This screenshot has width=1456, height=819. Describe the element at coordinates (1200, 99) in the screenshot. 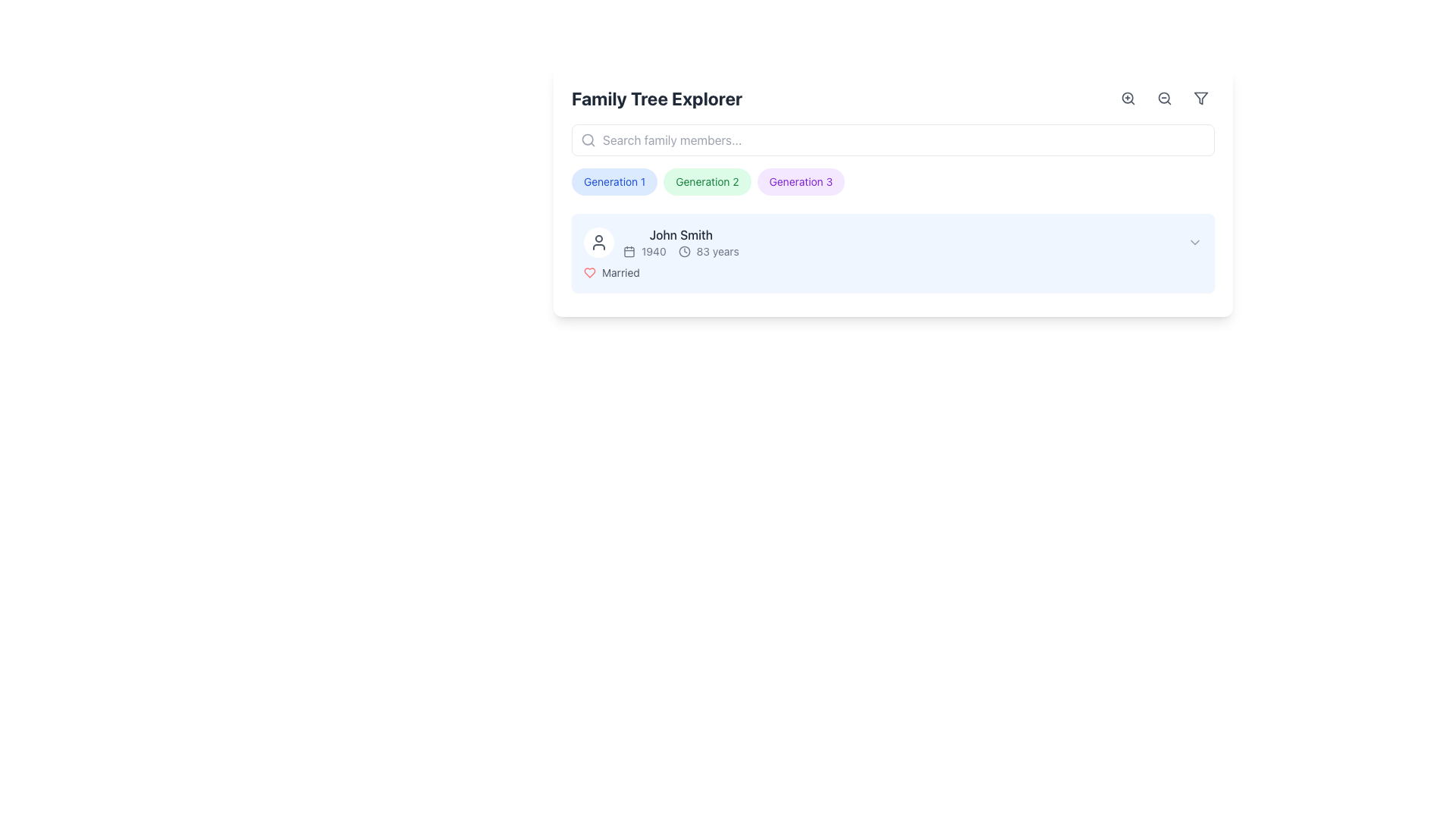

I see `the circular button with a filter icon located in the top-right corner of the interface` at that location.